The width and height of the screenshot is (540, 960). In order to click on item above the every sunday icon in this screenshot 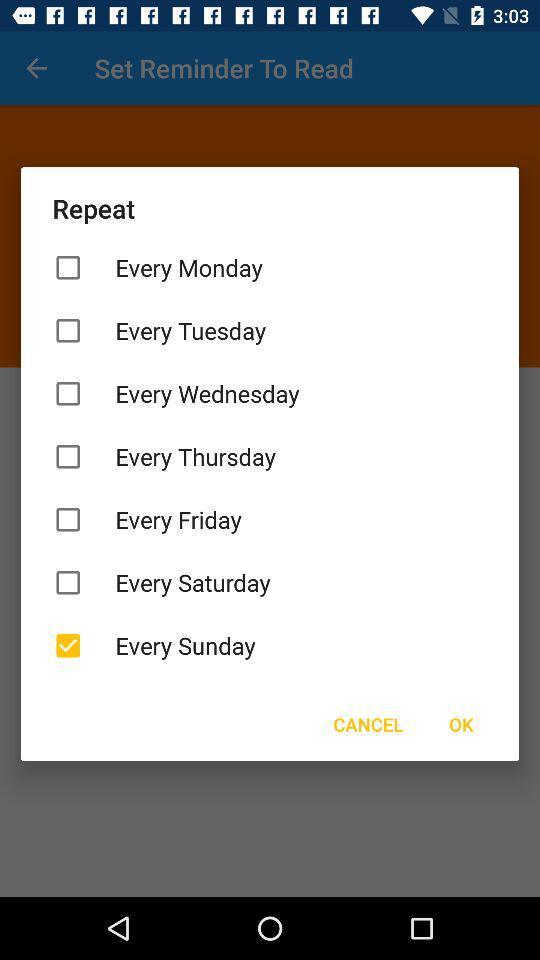, I will do `click(270, 582)`.